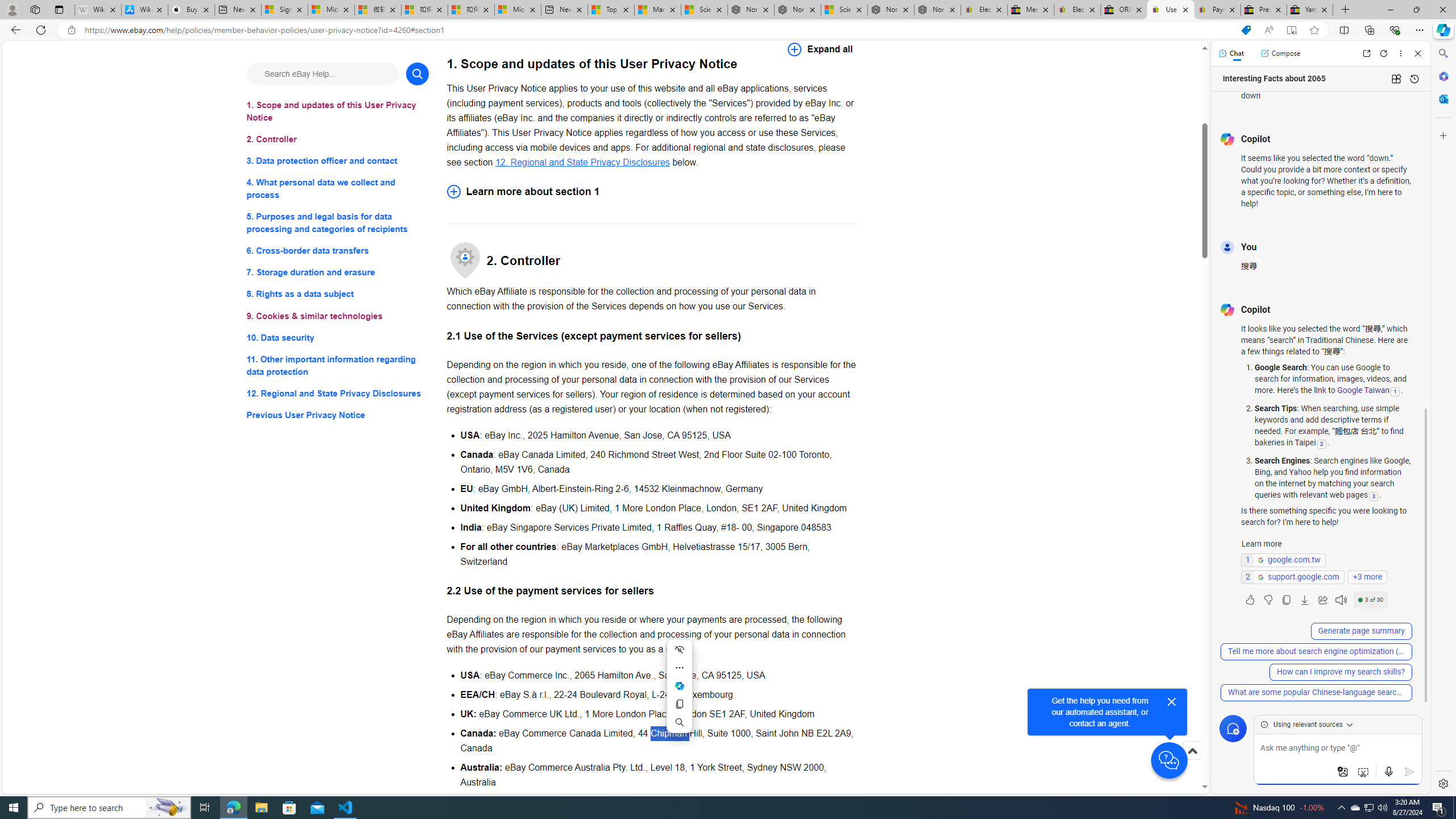 The height and width of the screenshot is (819, 1456). What do you see at coordinates (1192, 762) in the screenshot?
I see `'Scroll to top'` at bounding box center [1192, 762].